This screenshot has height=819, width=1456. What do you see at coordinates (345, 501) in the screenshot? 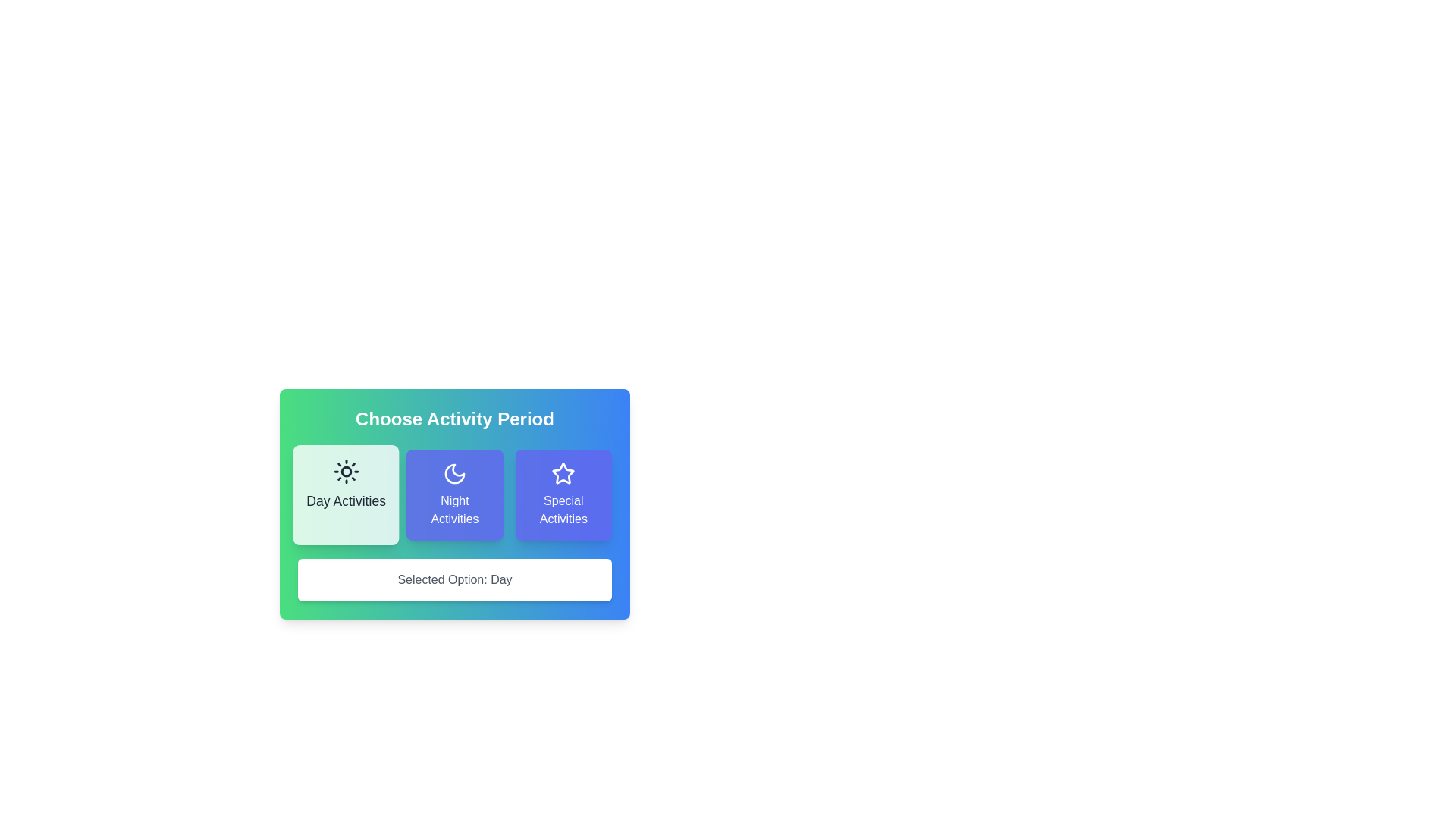
I see `the text label reading 'Day Activities', which is styled with medium font weight and positioned below a sun icon` at bounding box center [345, 501].